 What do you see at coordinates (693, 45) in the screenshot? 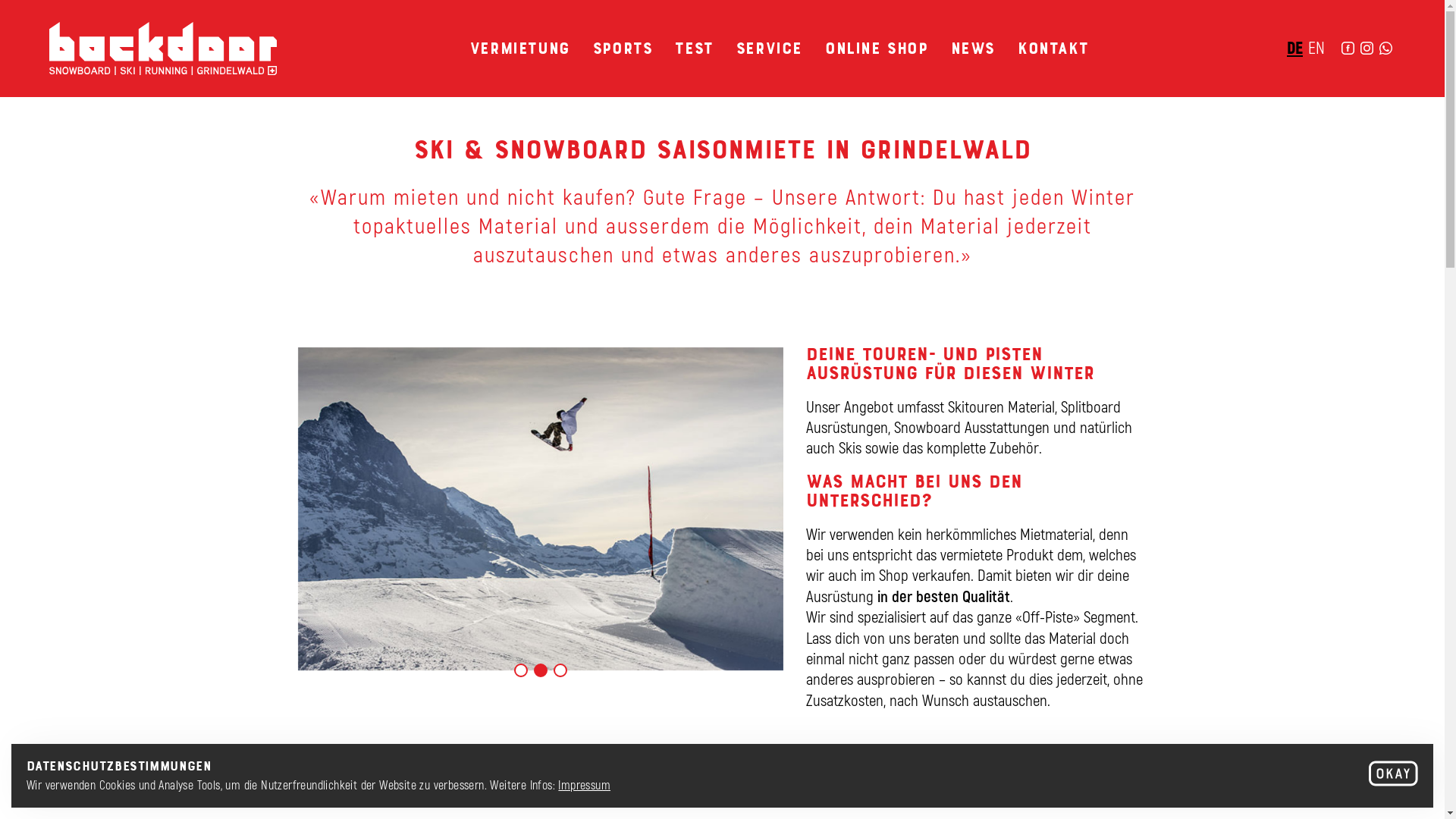
I see `'Test'` at bounding box center [693, 45].